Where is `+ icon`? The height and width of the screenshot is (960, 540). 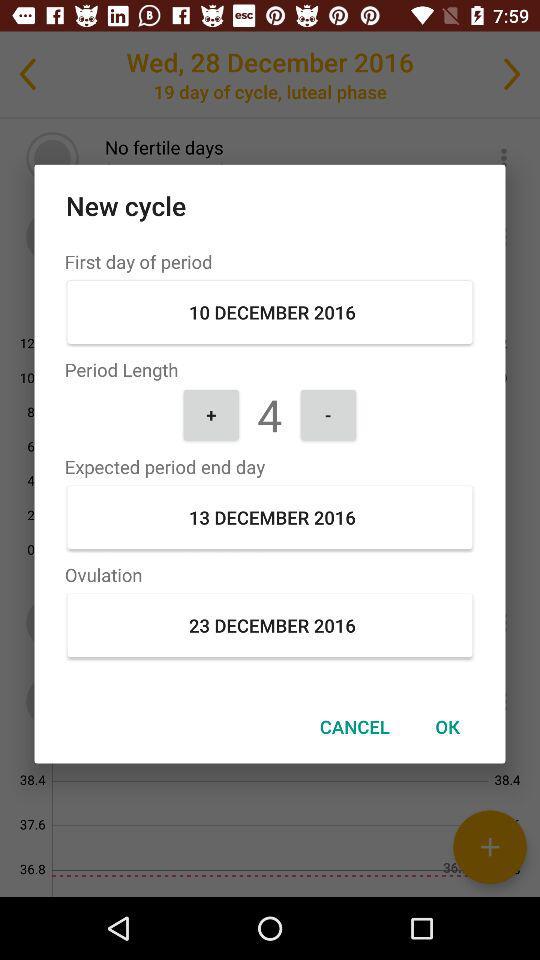 + icon is located at coordinates (210, 413).